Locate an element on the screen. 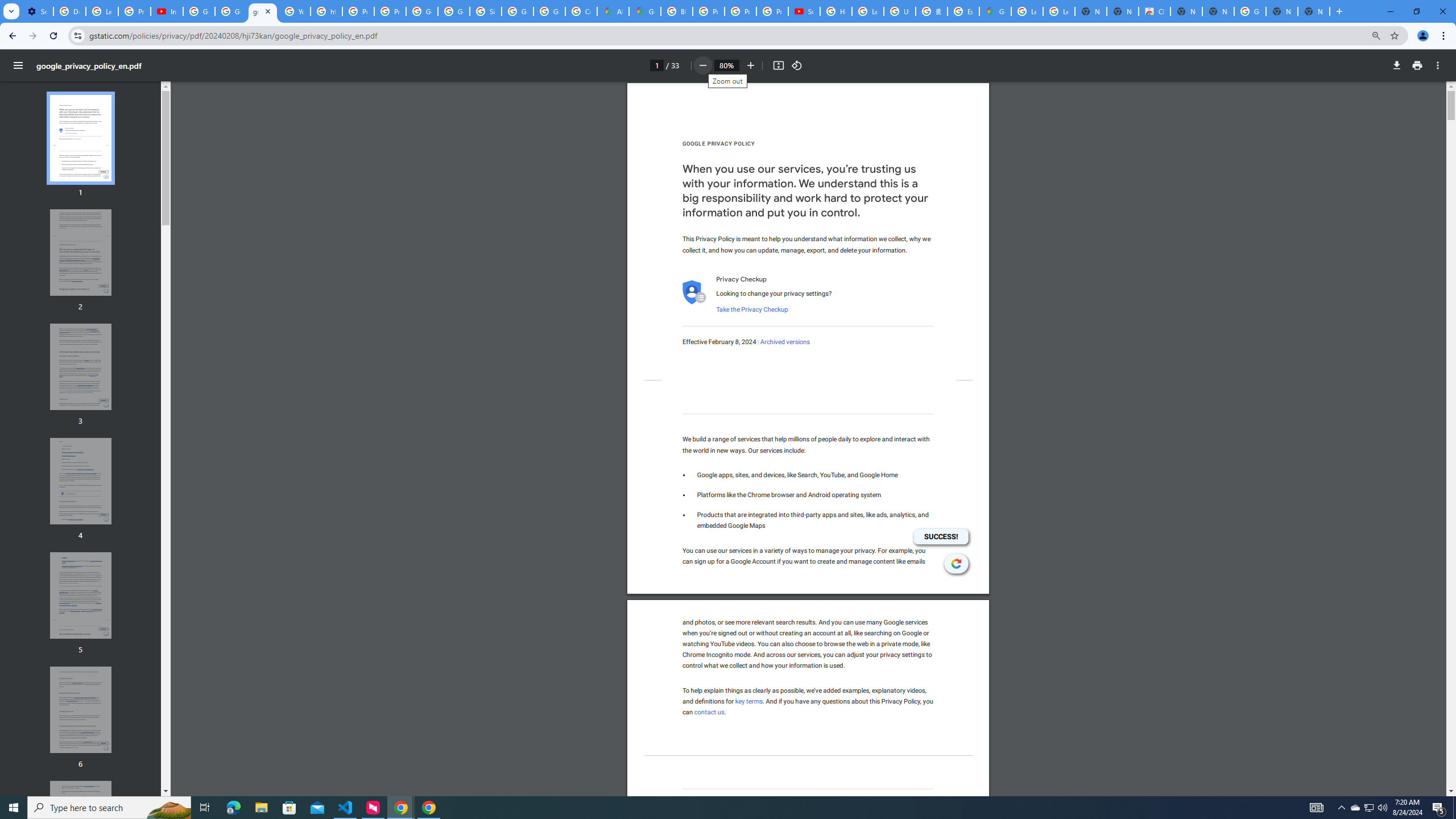 The width and height of the screenshot is (1456, 819). 'Page number' is located at coordinates (656, 65).